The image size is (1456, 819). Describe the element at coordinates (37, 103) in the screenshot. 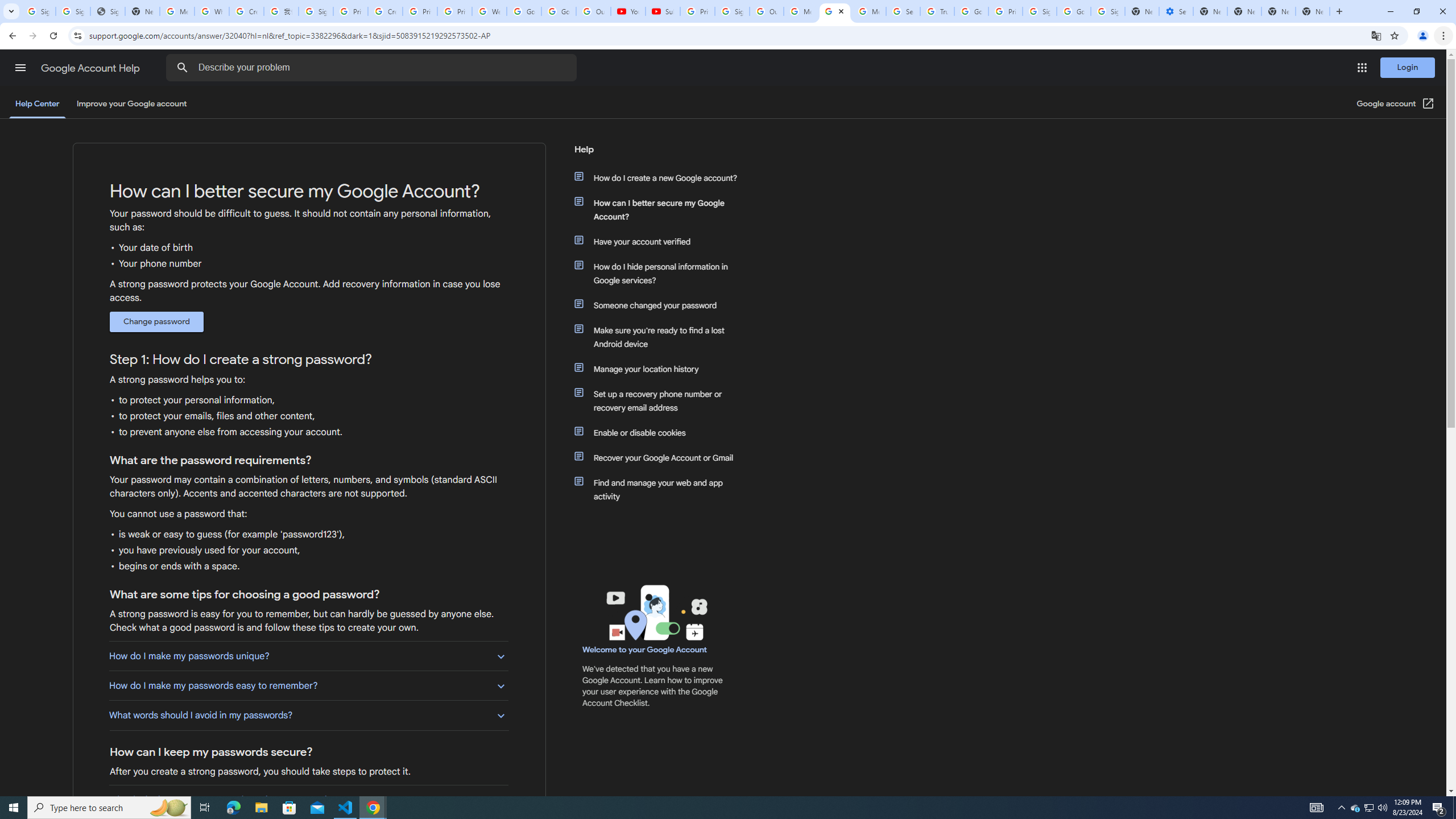

I see `'Help Center'` at that location.